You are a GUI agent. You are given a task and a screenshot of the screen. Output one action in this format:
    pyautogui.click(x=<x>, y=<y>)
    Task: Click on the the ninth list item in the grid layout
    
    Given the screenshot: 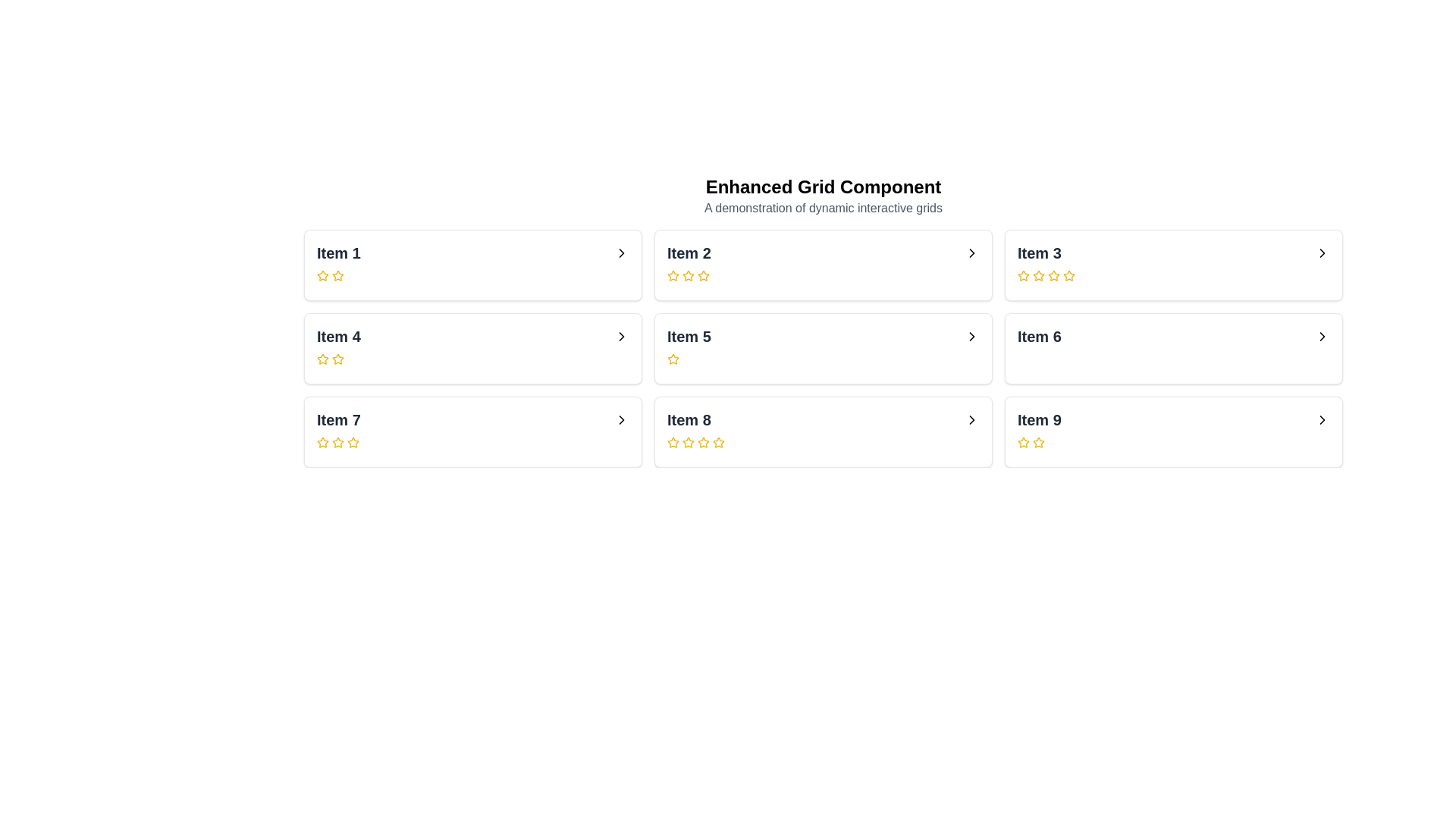 What is the action you would take?
    pyautogui.click(x=1173, y=420)
    